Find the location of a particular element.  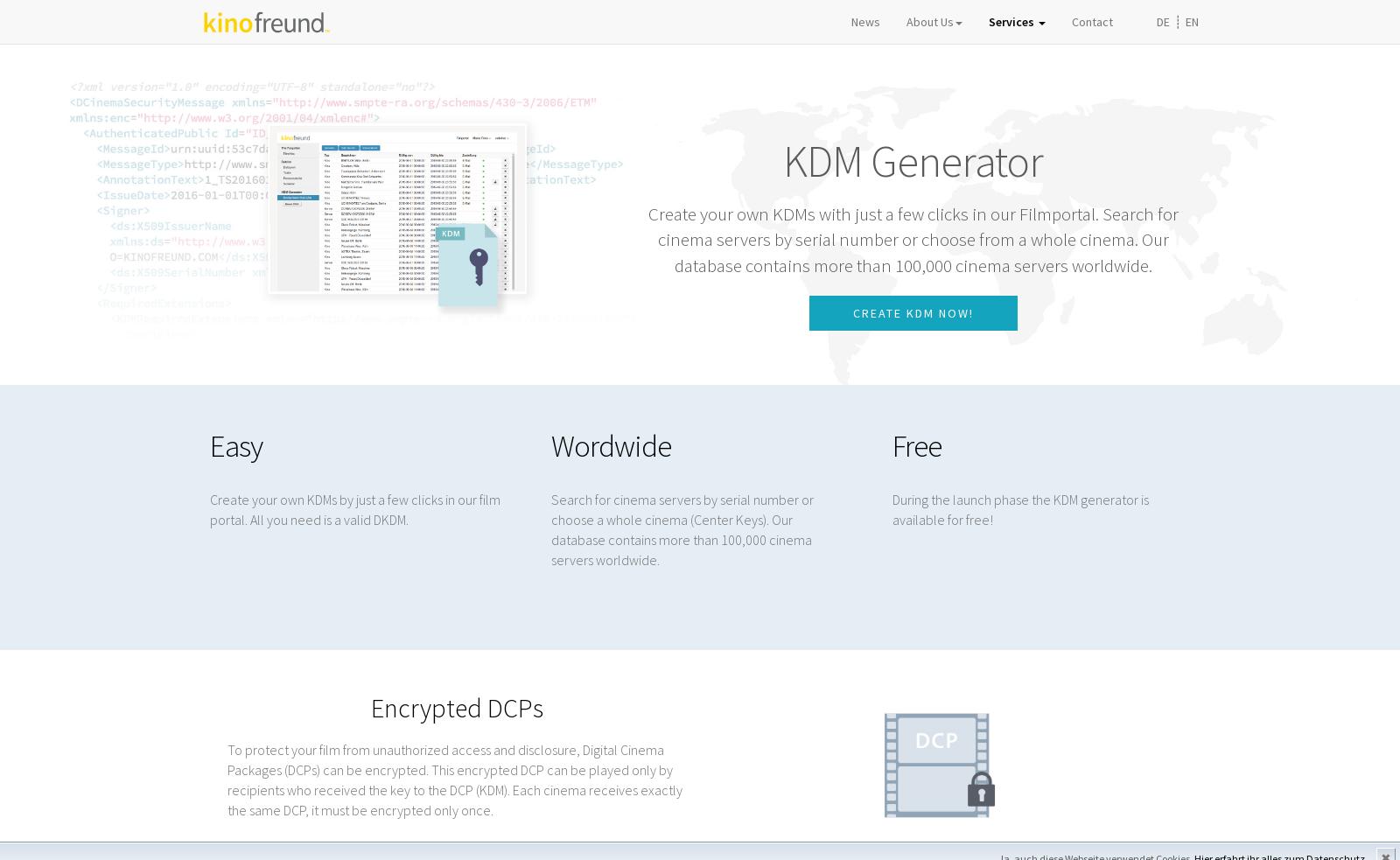

'Create KDM now!' is located at coordinates (913, 312).